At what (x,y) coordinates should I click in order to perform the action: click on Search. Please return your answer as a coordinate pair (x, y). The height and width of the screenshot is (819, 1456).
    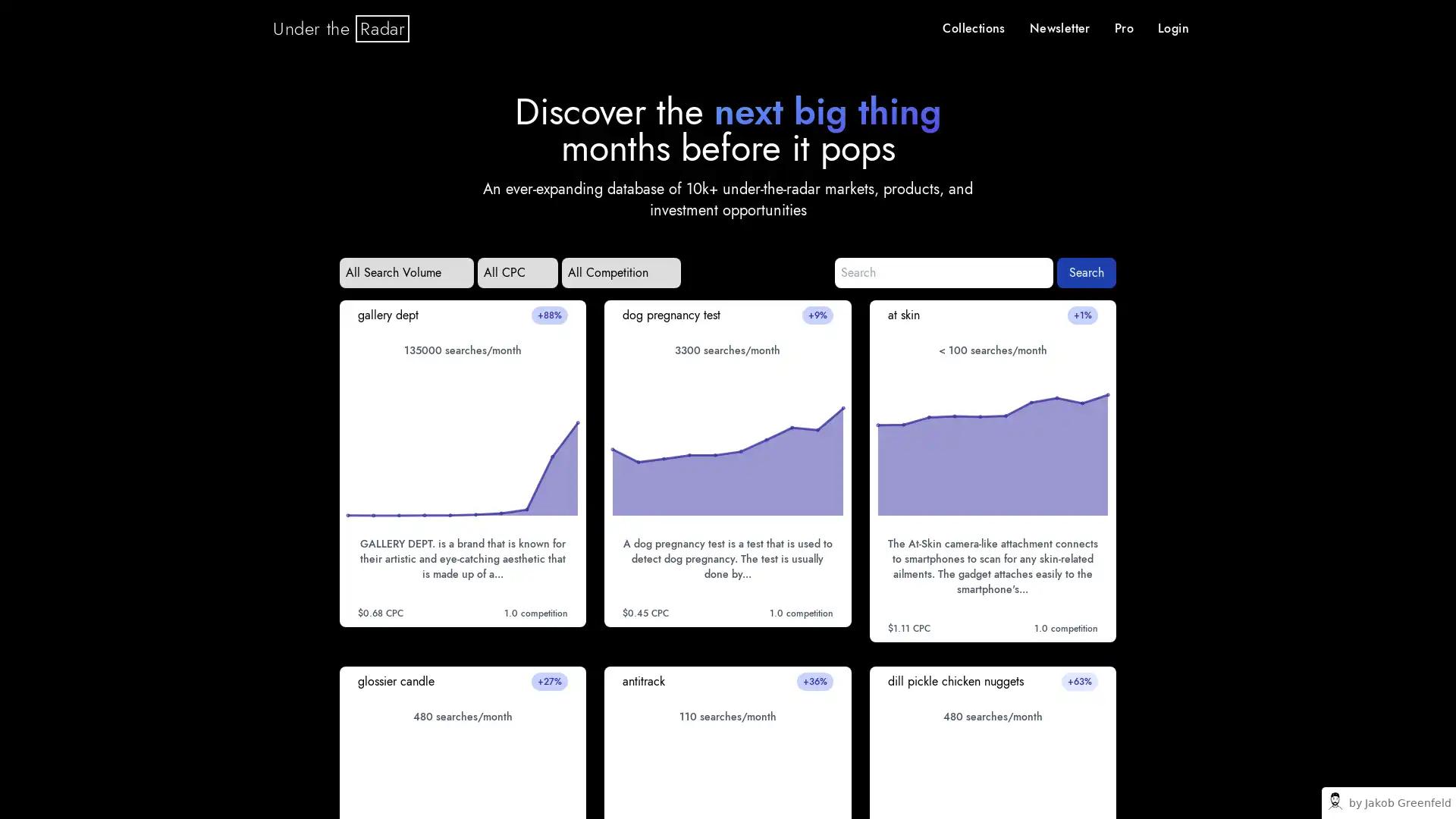
    Looking at the image, I should click on (1086, 271).